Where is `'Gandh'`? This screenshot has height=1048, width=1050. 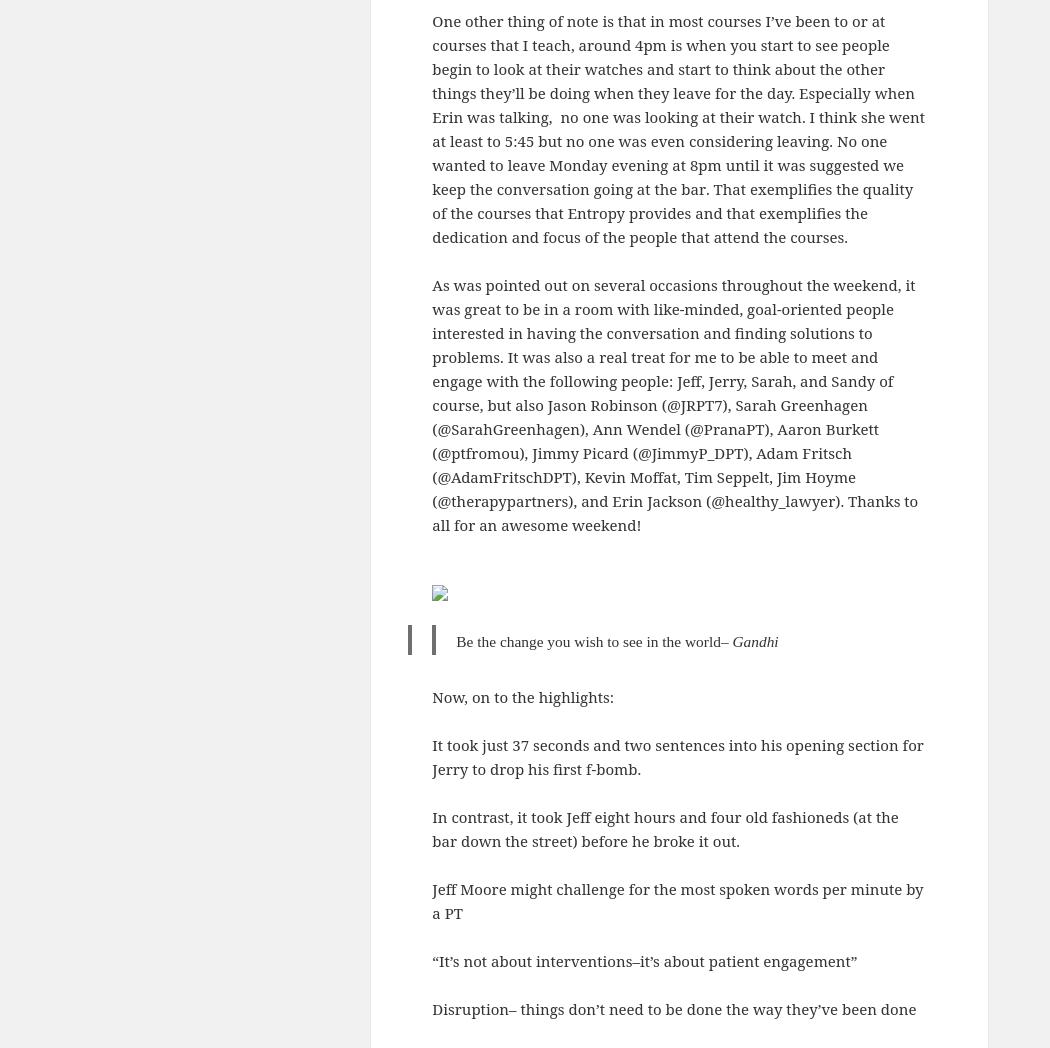
'Gandh' is located at coordinates (752, 639).